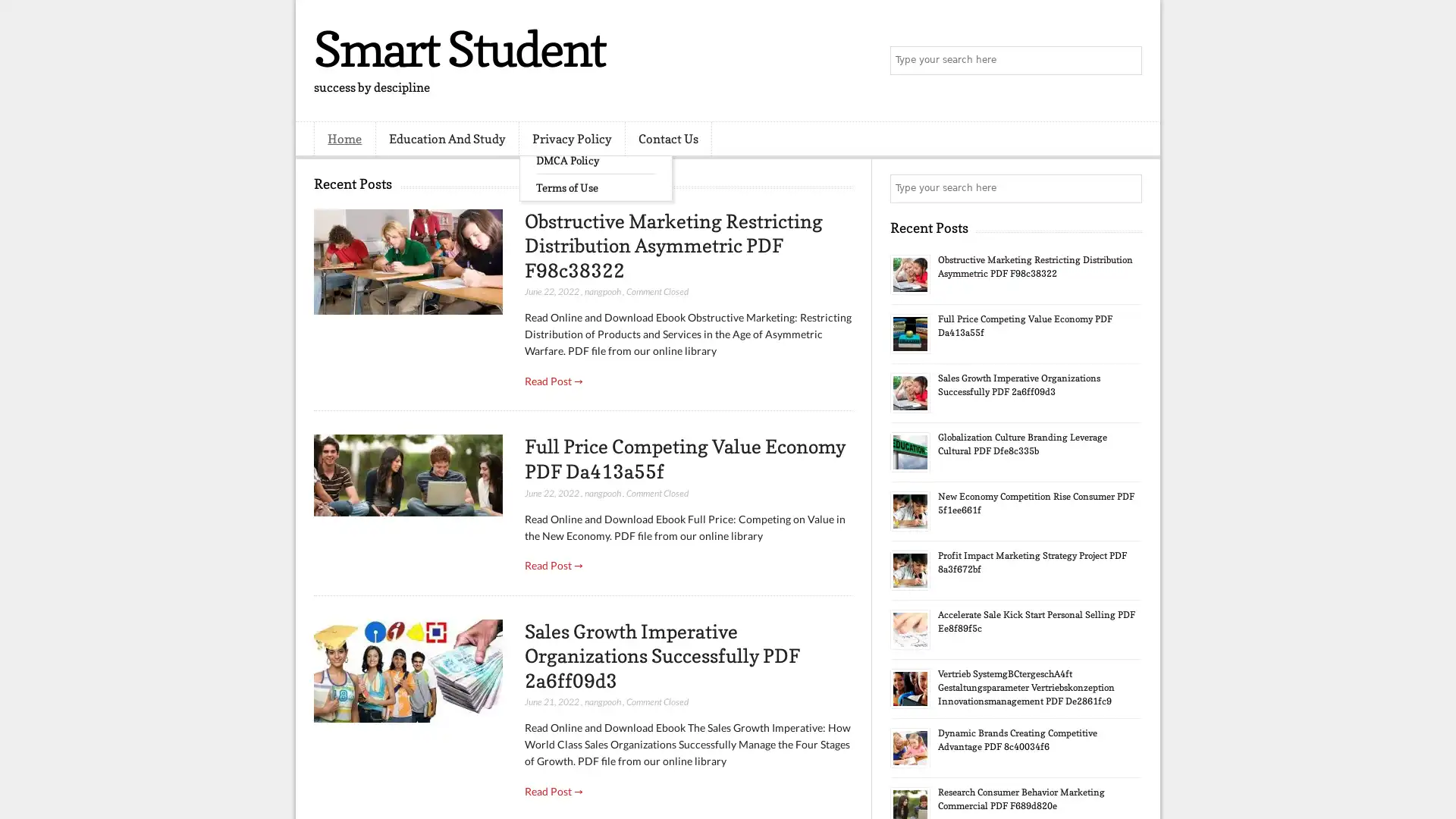 This screenshot has width=1456, height=819. Describe the element at coordinates (1126, 61) in the screenshot. I see `Search` at that location.